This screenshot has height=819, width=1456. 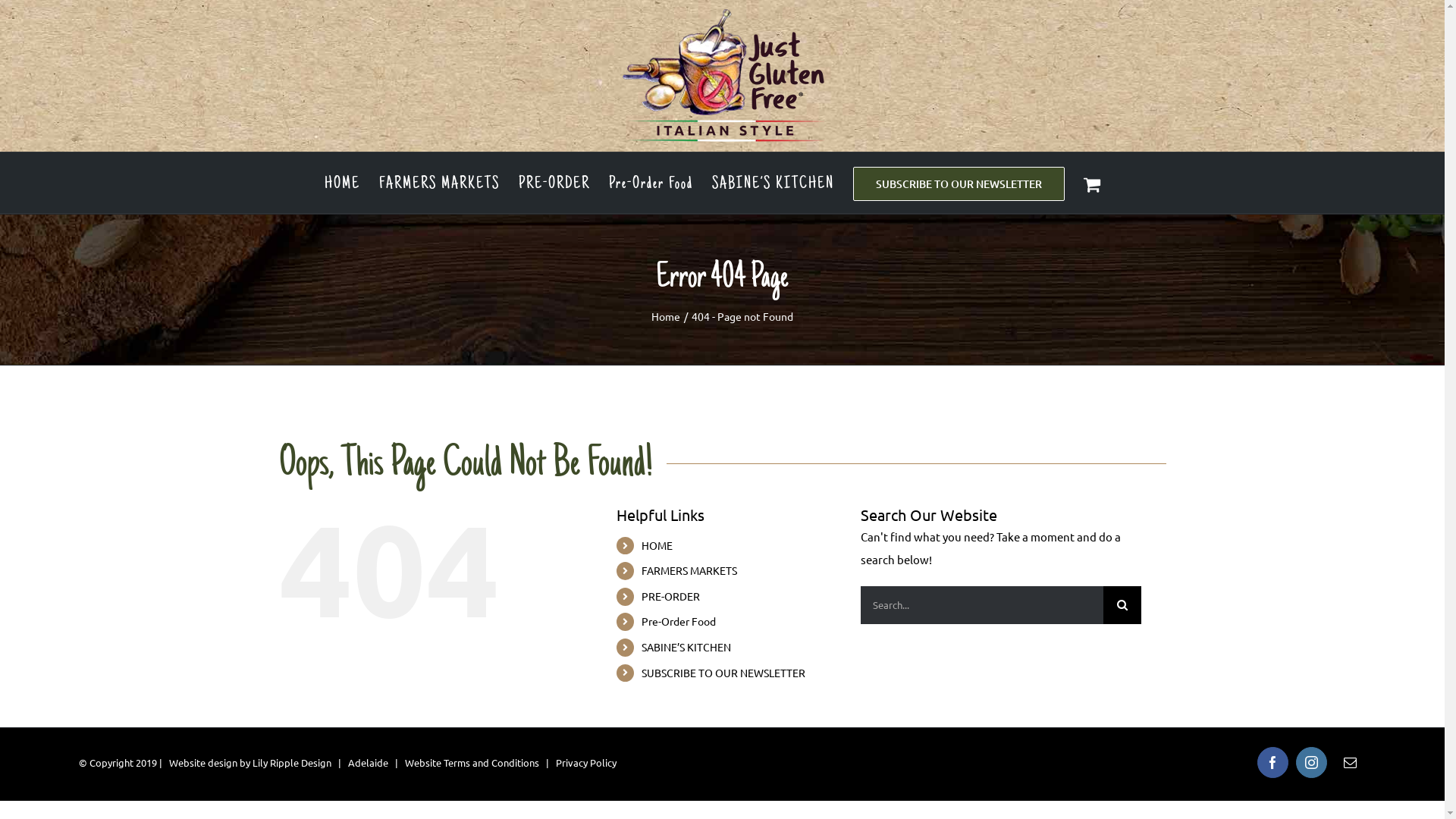 I want to click on 'Home', so click(x=666, y=315).